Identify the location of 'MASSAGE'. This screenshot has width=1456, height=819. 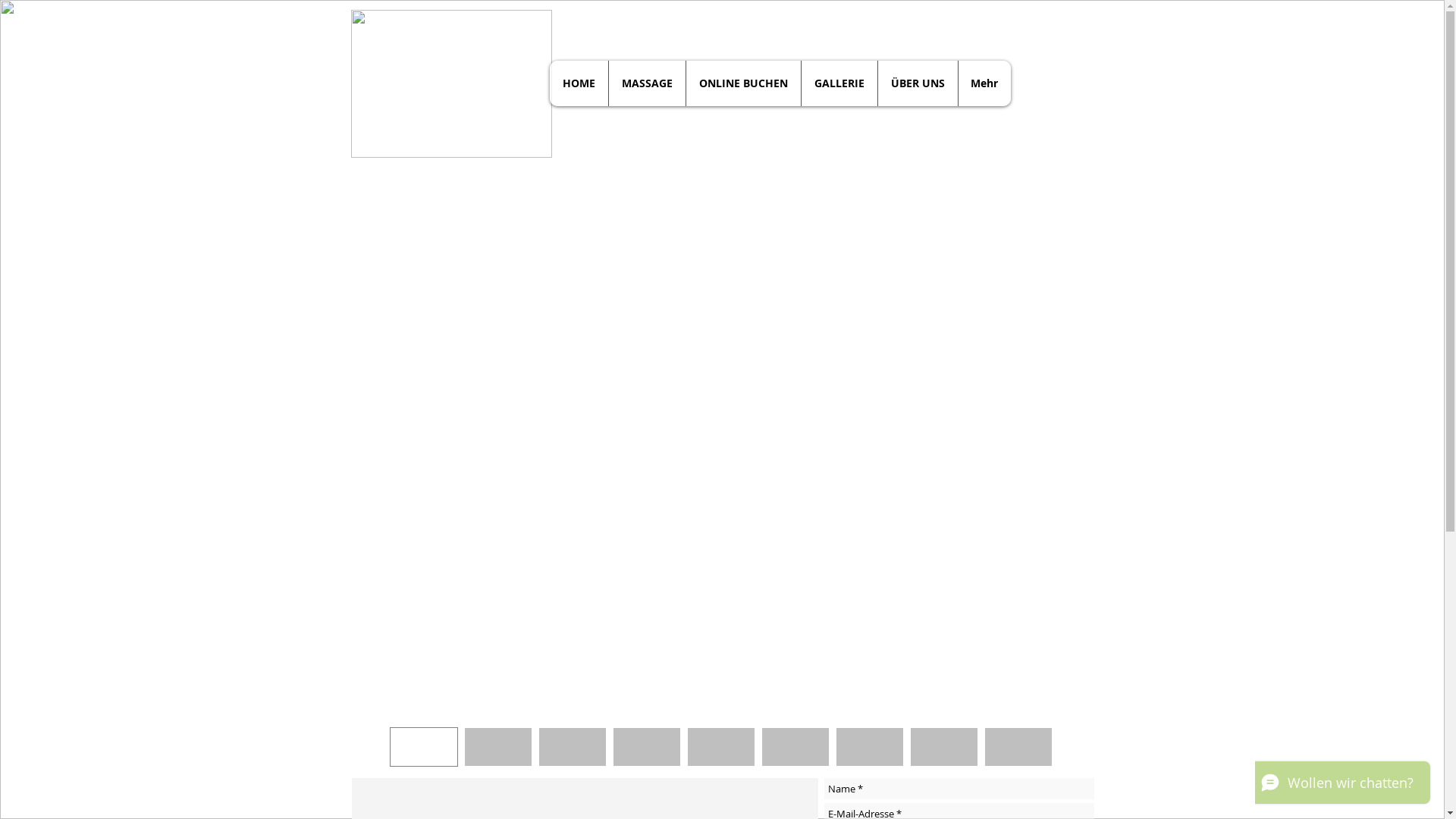
(647, 83).